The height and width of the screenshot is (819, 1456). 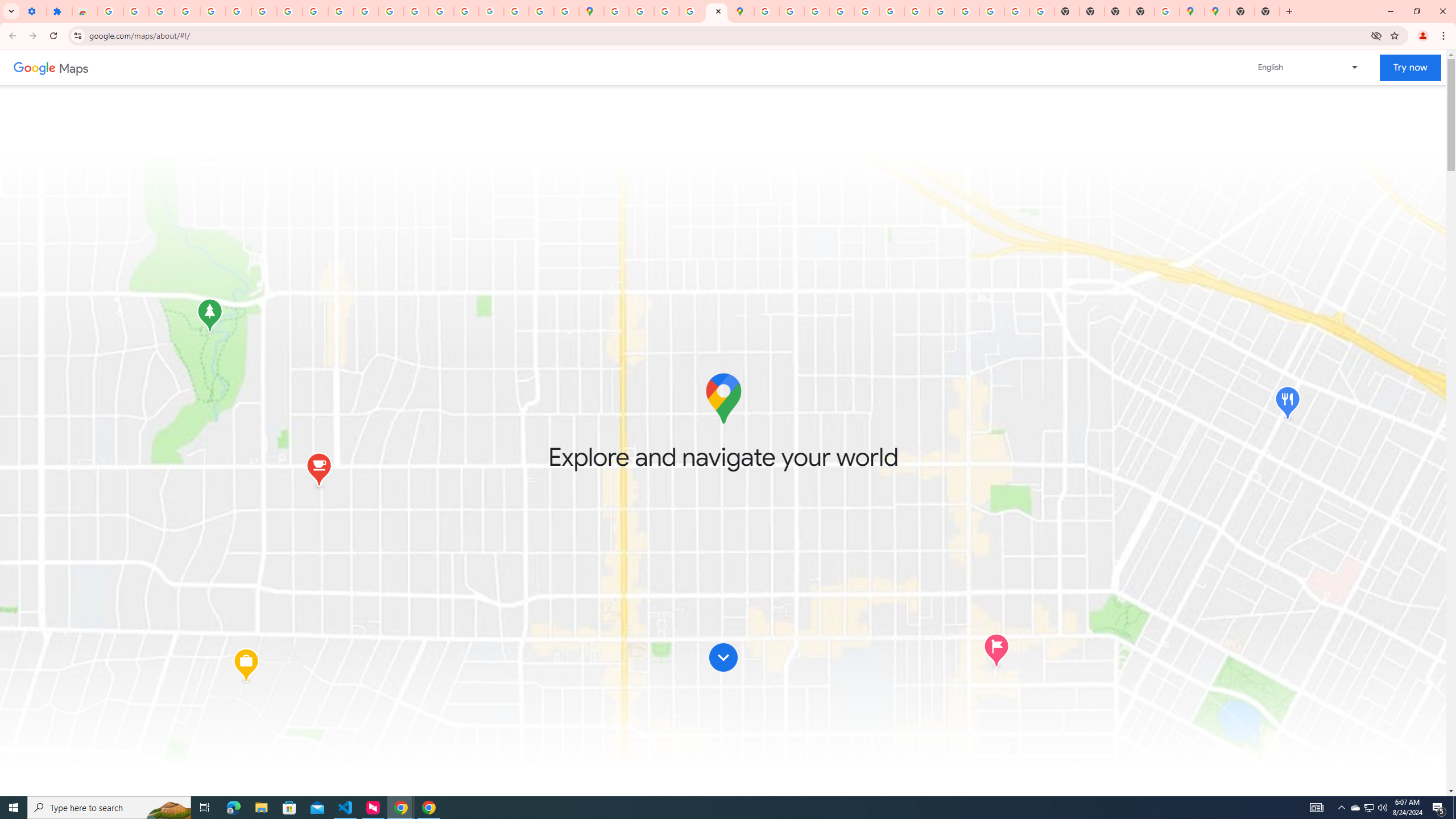 What do you see at coordinates (110, 11) in the screenshot?
I see `'Sign in - Google Accounts'` at bounding box center [110, 11].